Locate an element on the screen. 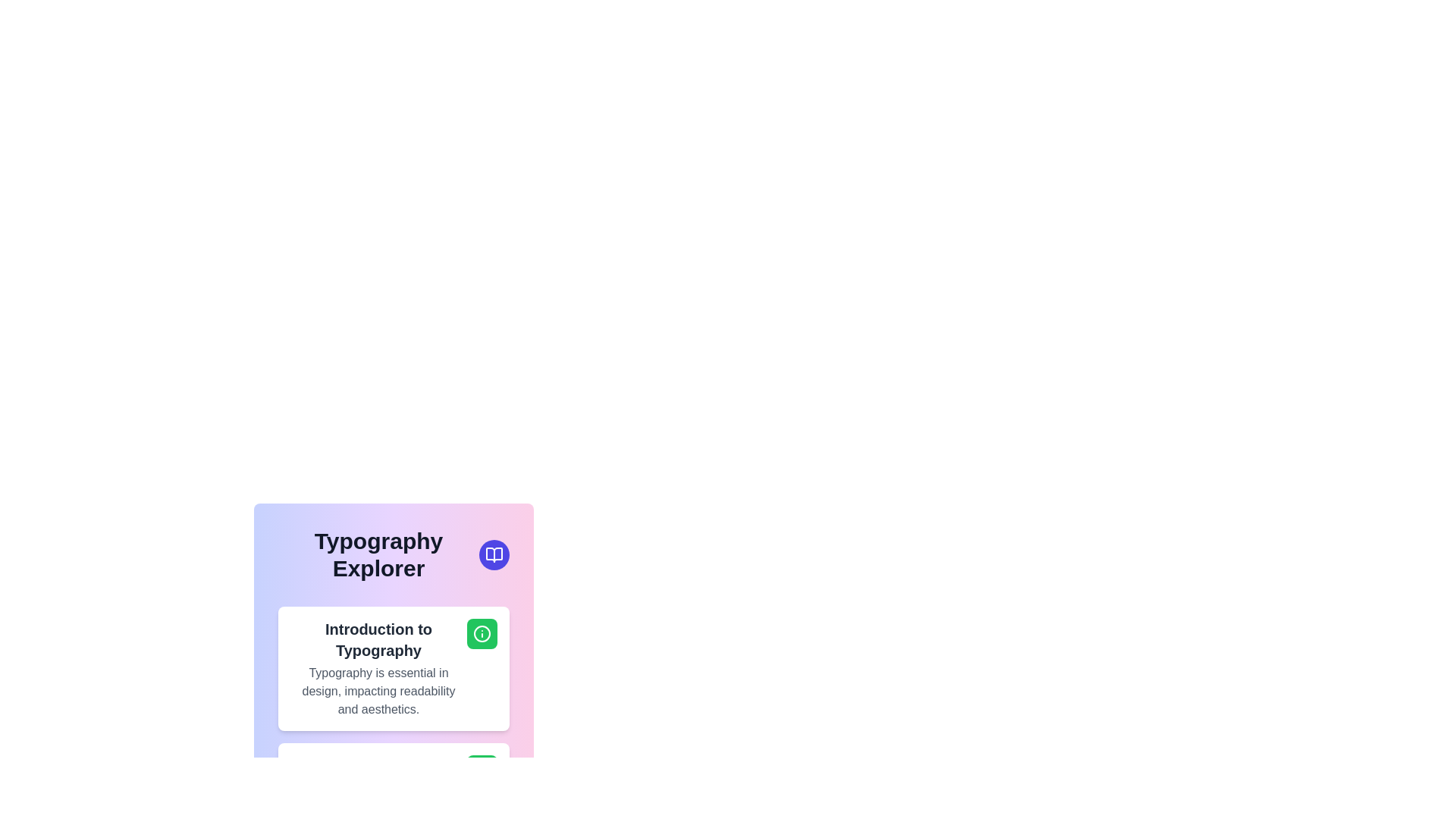 The width and height of the screenshot is (1456, 819). the Text Heading that serves as a title for the current interface section to trigger the tooltip or styling effect is located at coordinates (378, 555).